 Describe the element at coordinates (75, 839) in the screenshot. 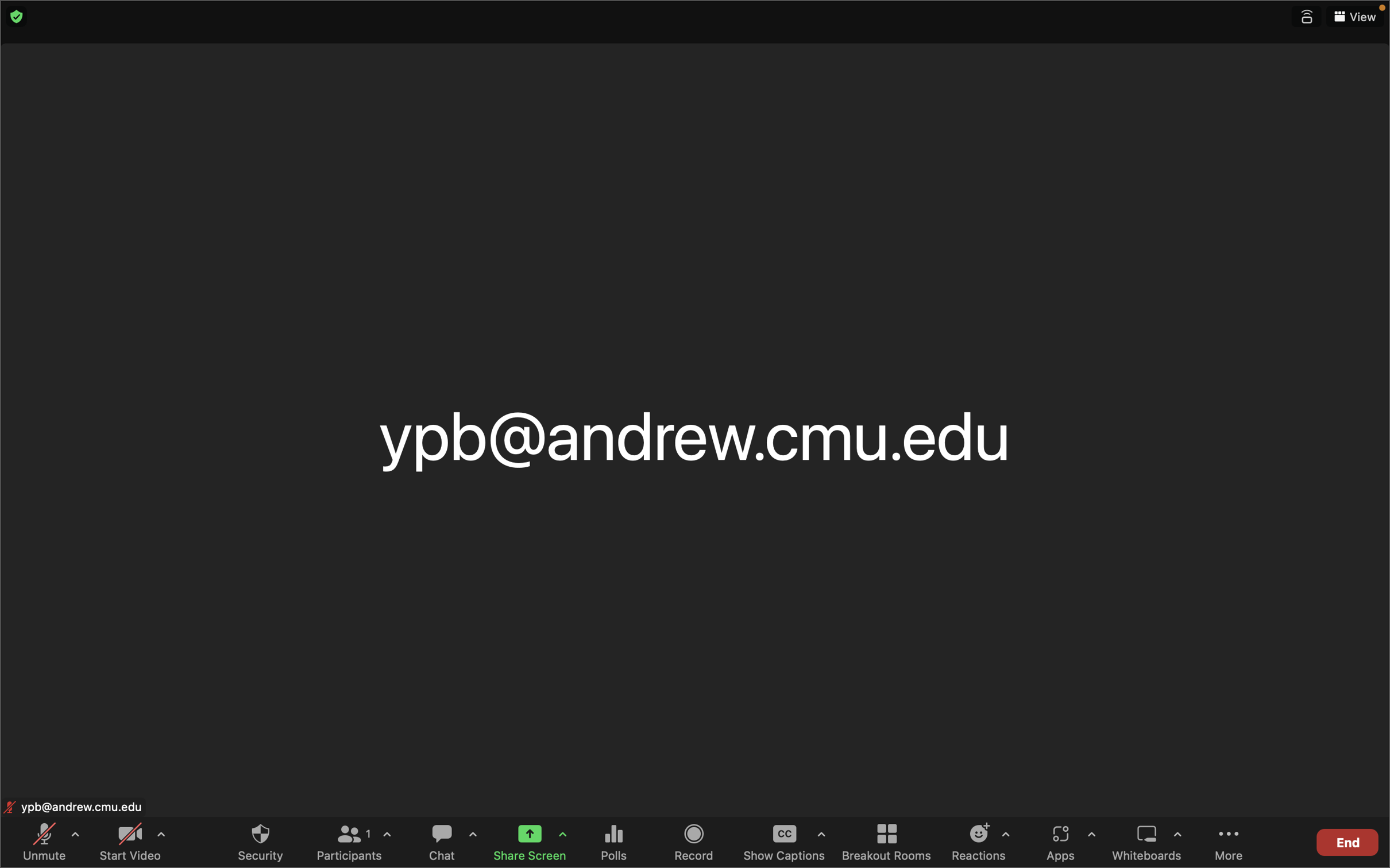

I see `Activate the audio control pane` at that location.